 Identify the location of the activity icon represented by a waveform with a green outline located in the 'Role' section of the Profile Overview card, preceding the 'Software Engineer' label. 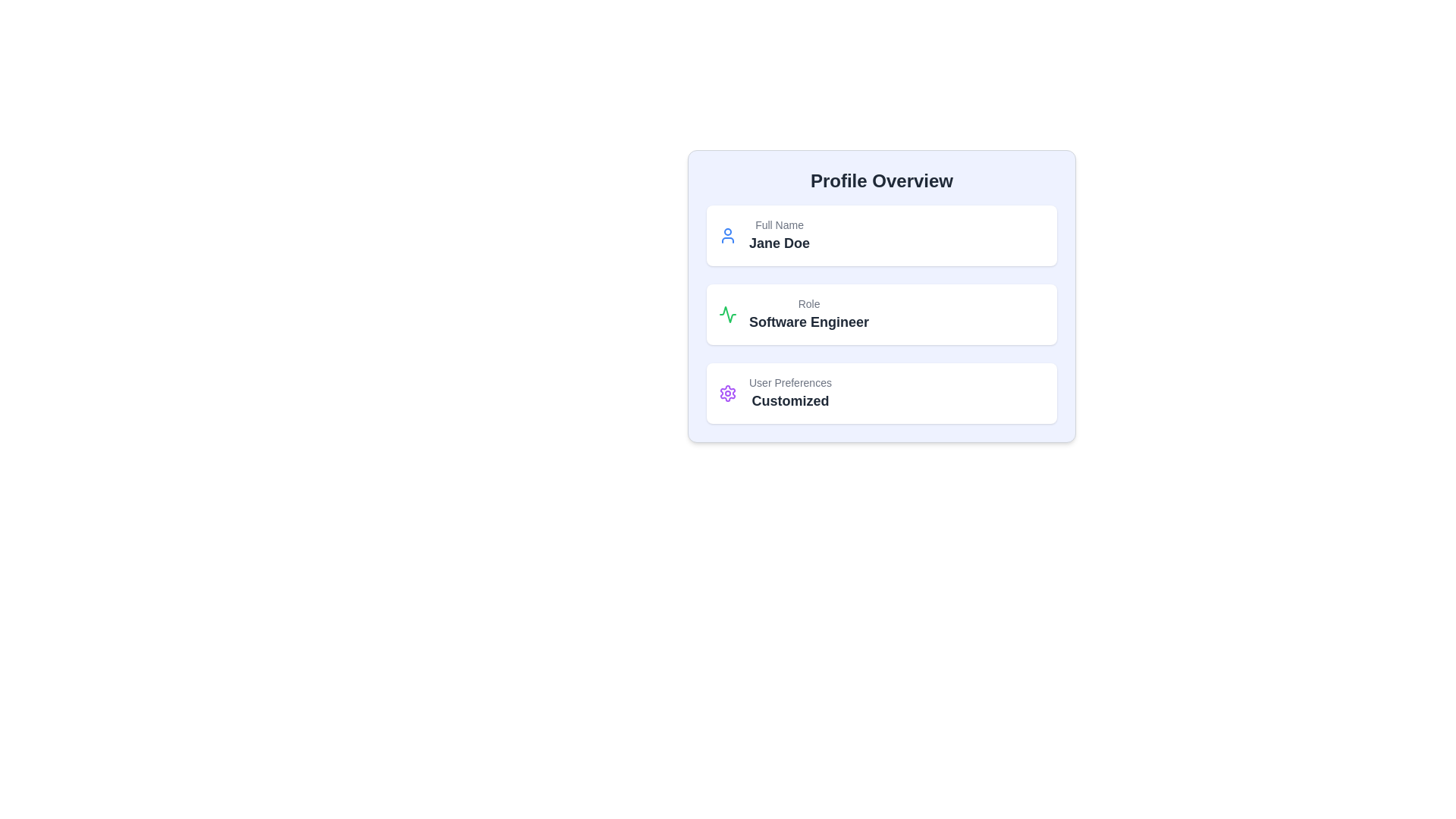
(728, 314).